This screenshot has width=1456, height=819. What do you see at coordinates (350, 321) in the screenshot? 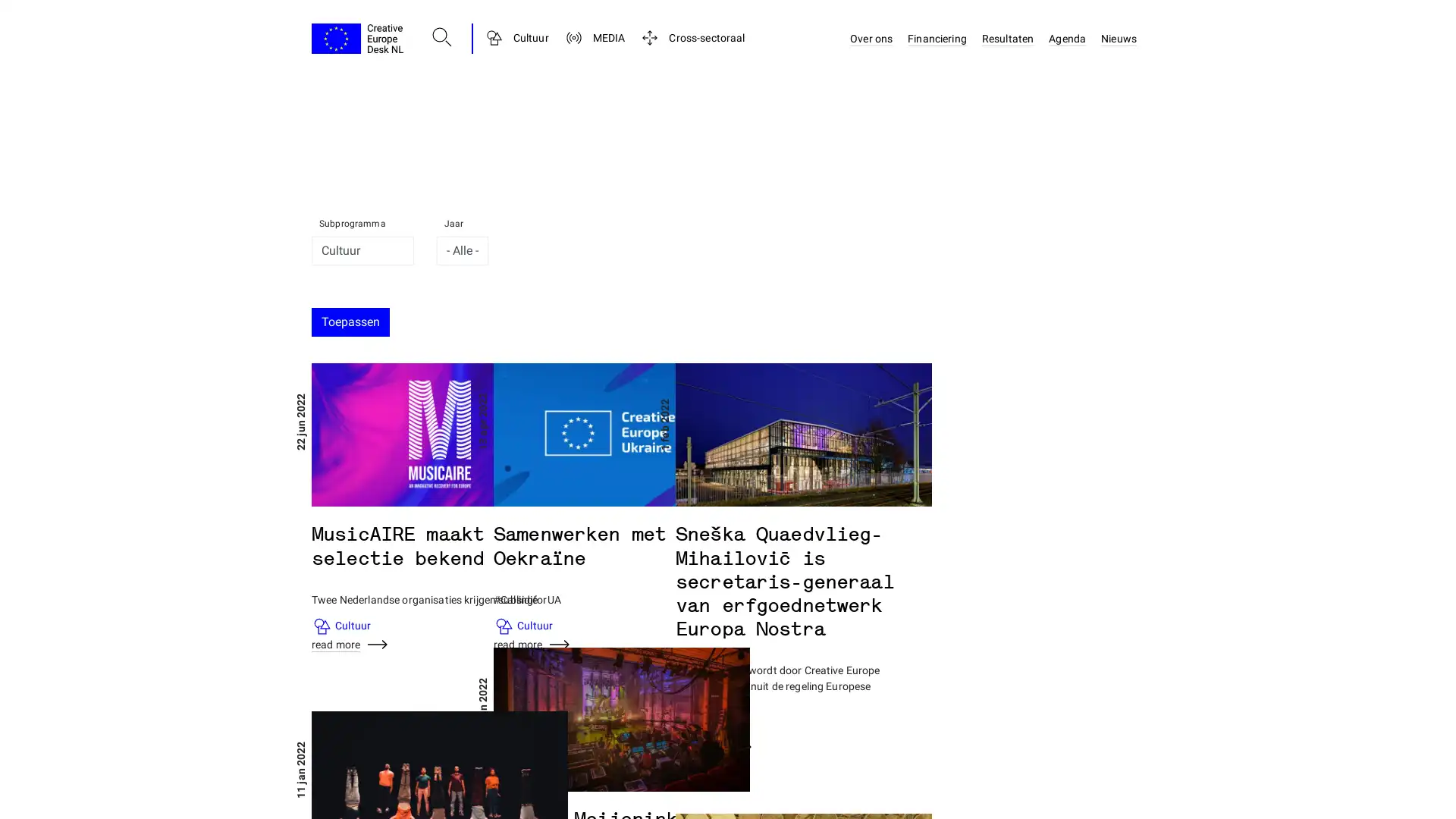
I see `Toepassen` at bounding box center [350, 321].